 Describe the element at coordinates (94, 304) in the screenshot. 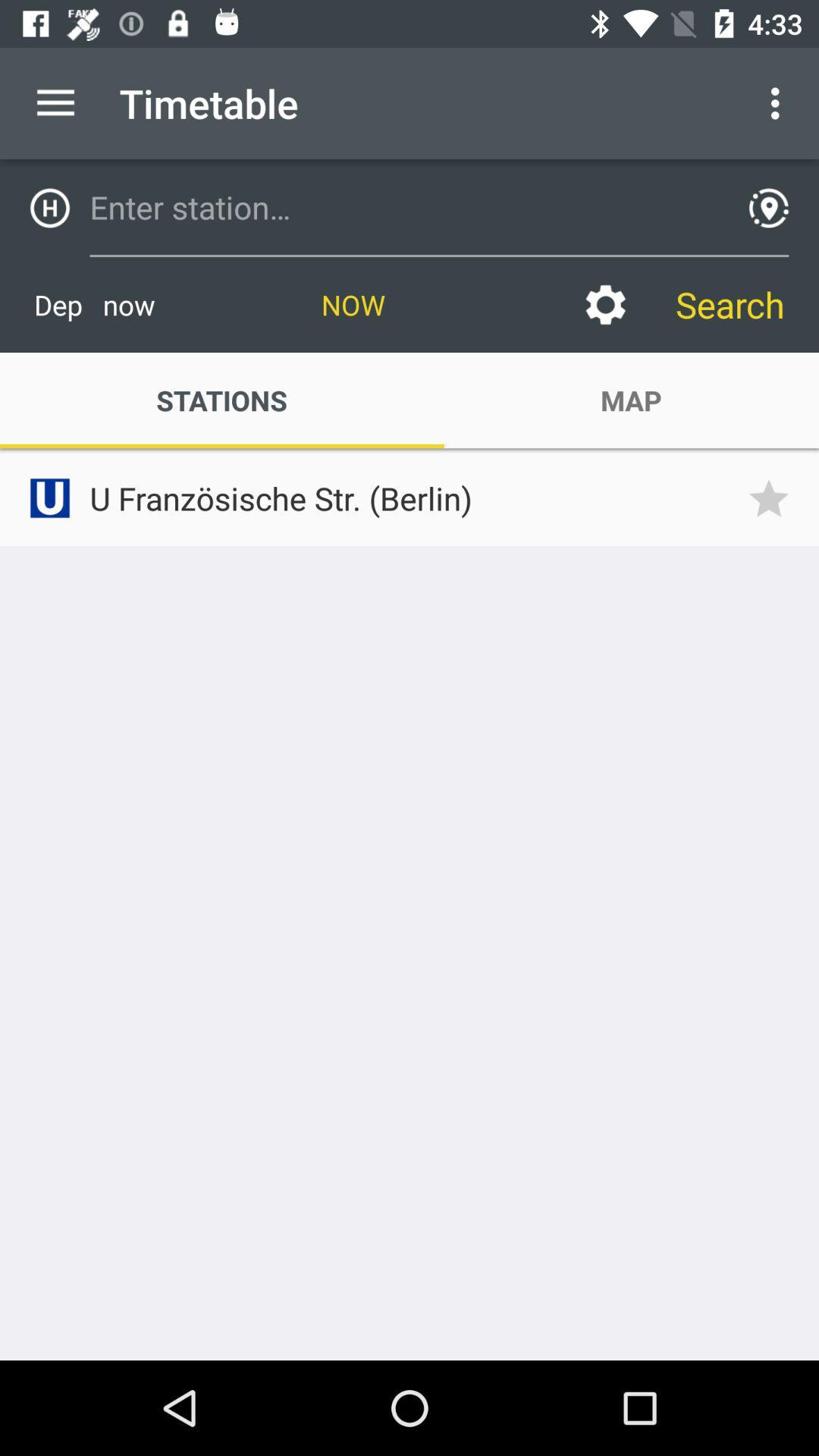

I see `the icon to the left of the now icon` at that location.